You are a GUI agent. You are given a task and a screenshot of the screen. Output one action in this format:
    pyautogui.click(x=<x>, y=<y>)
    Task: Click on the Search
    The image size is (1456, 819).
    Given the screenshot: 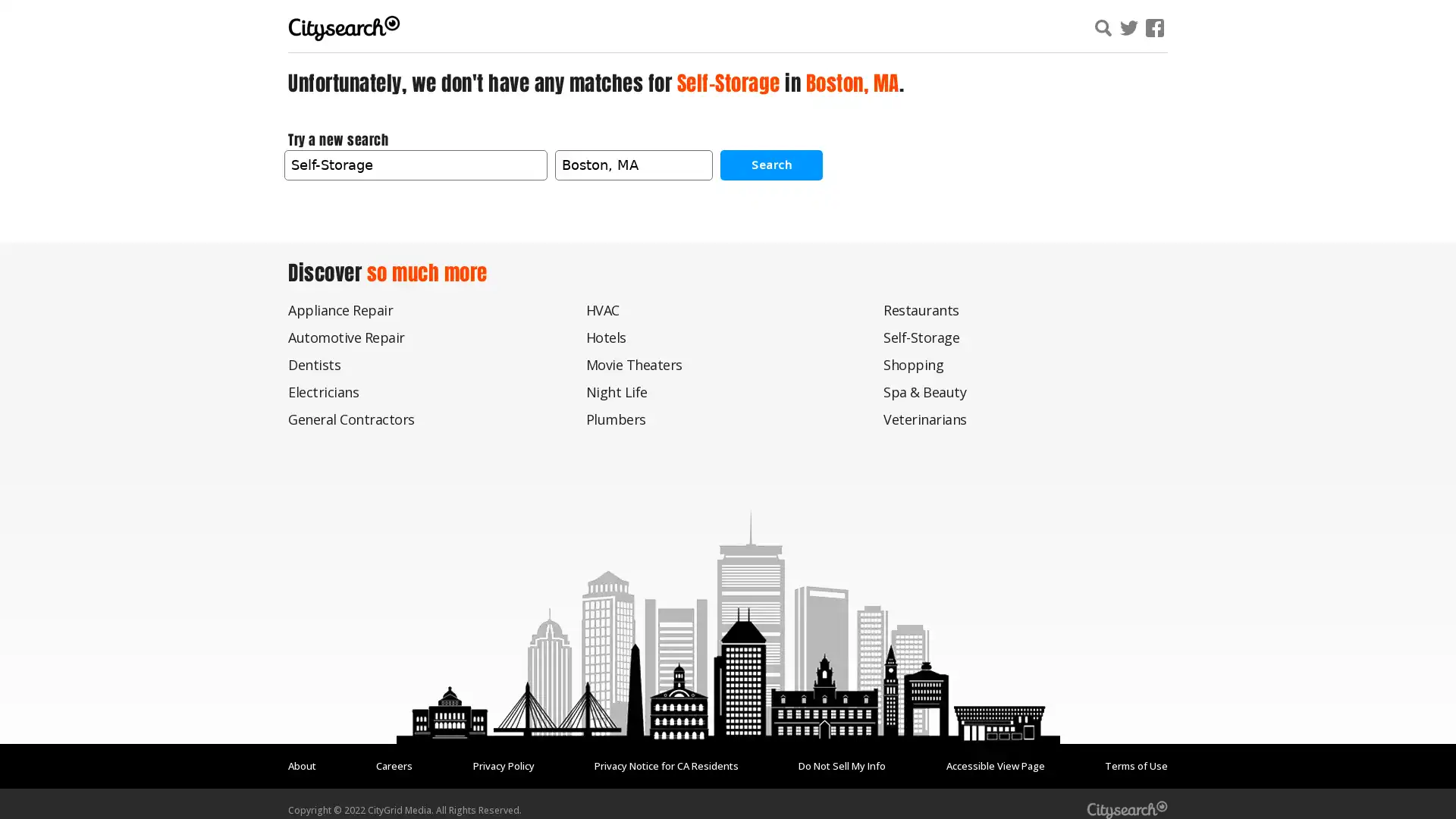 What is the action you would take?
    pyautogui.click(x=1284, y=30)
    